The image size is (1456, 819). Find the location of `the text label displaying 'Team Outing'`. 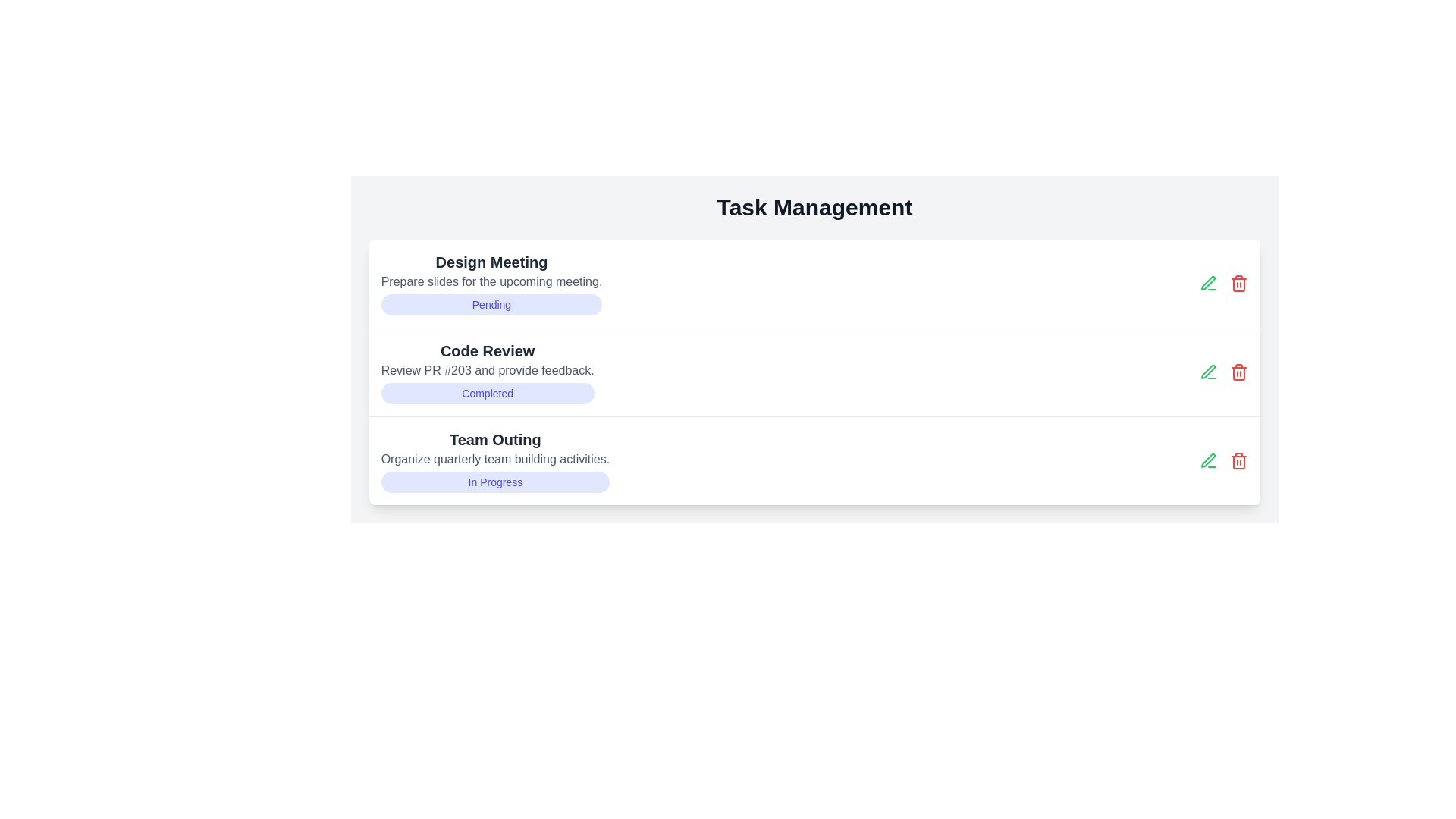

the text label displaying 'Team Outing' is located at coordinates (495, 439).